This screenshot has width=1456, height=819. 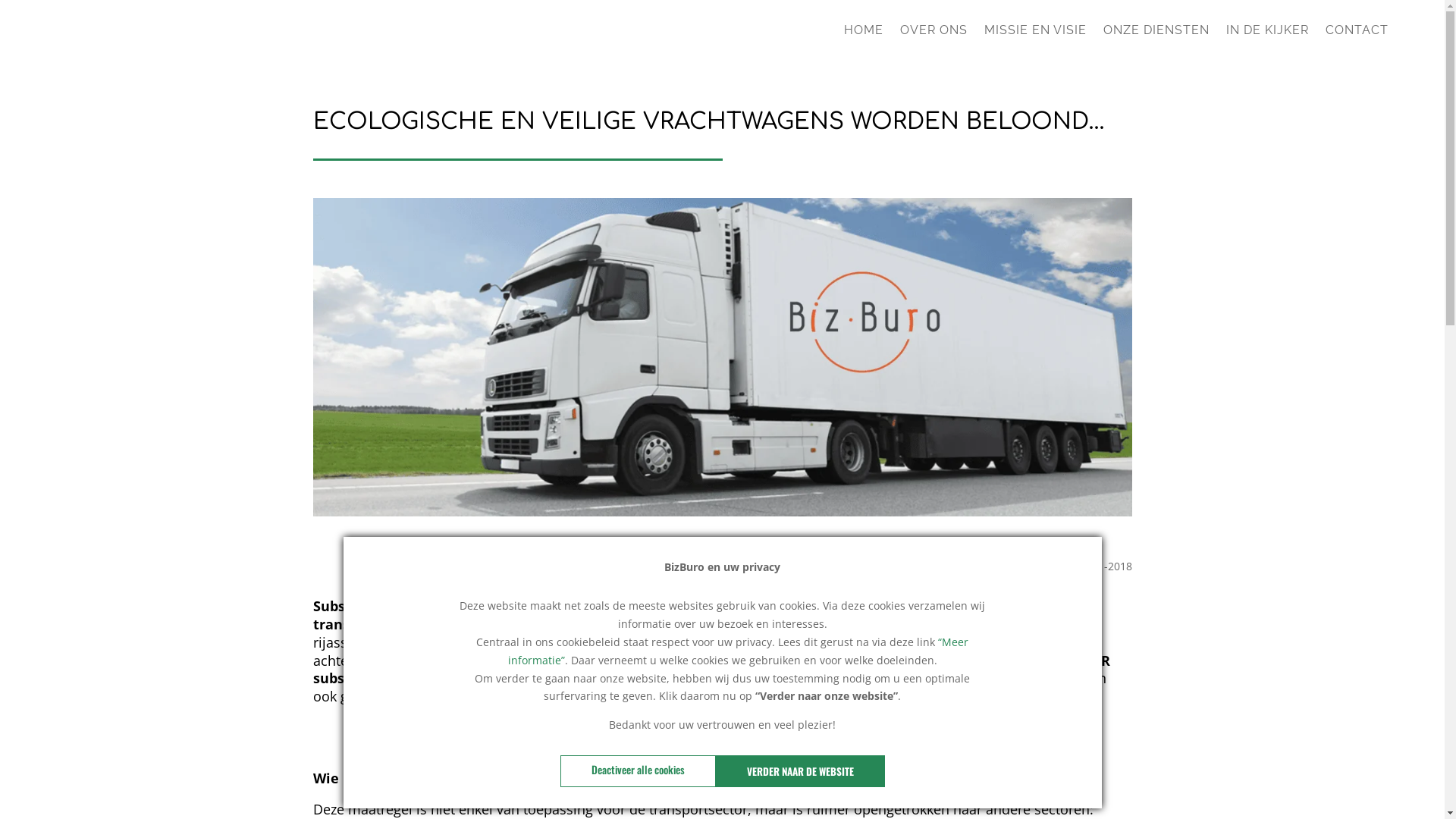 What do you see at coordinates (1267, 35) in the screenshot?
I see `'IN DE KIJKER'` at bounding box center [1267, 35].